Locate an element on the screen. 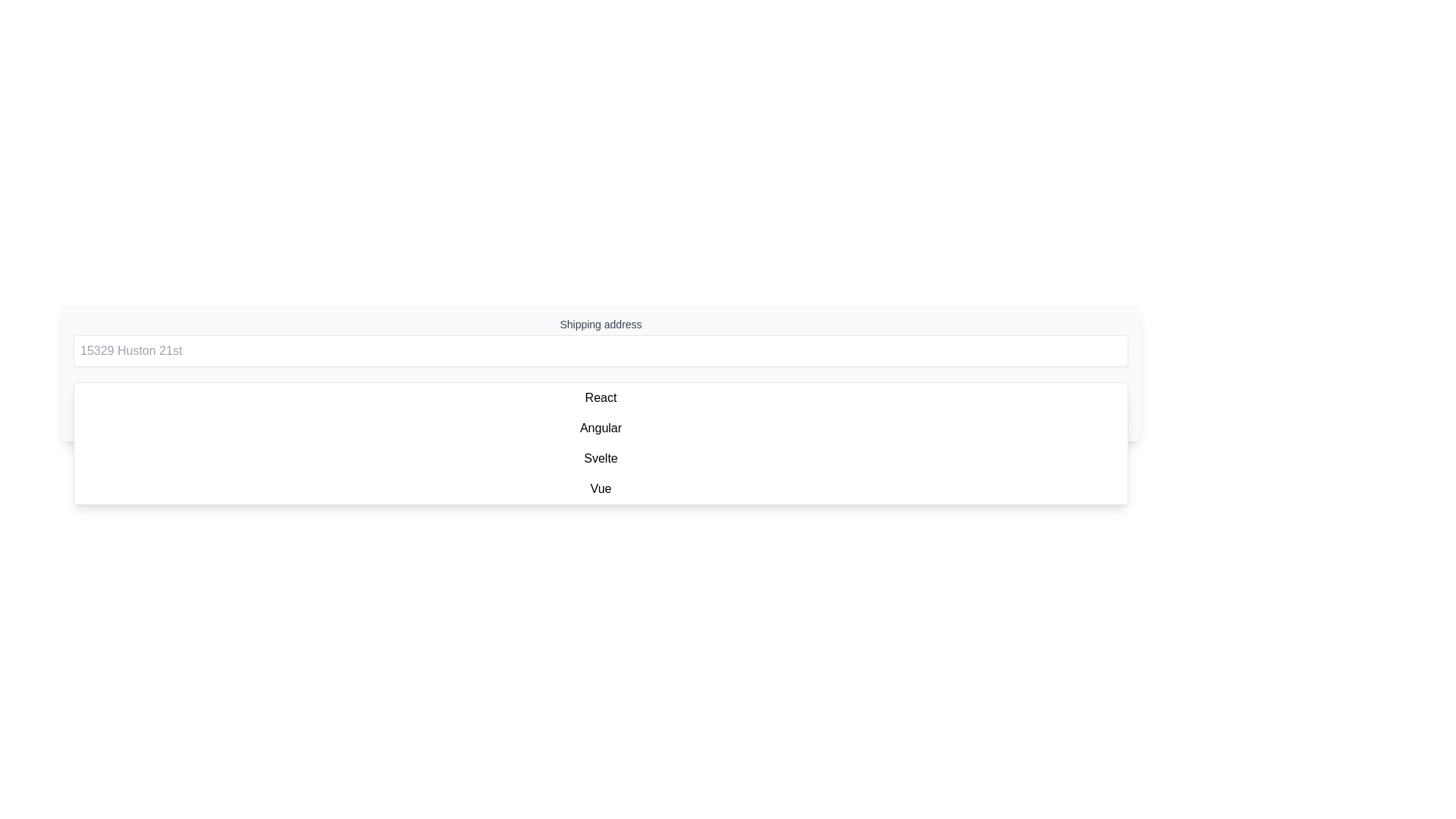 The width and height of the screenshot is (1456, 819). the dropdown menu that allows users to select their favorite library or framework, located below the 'Shipping address' section is located at coordinates (600, 403).